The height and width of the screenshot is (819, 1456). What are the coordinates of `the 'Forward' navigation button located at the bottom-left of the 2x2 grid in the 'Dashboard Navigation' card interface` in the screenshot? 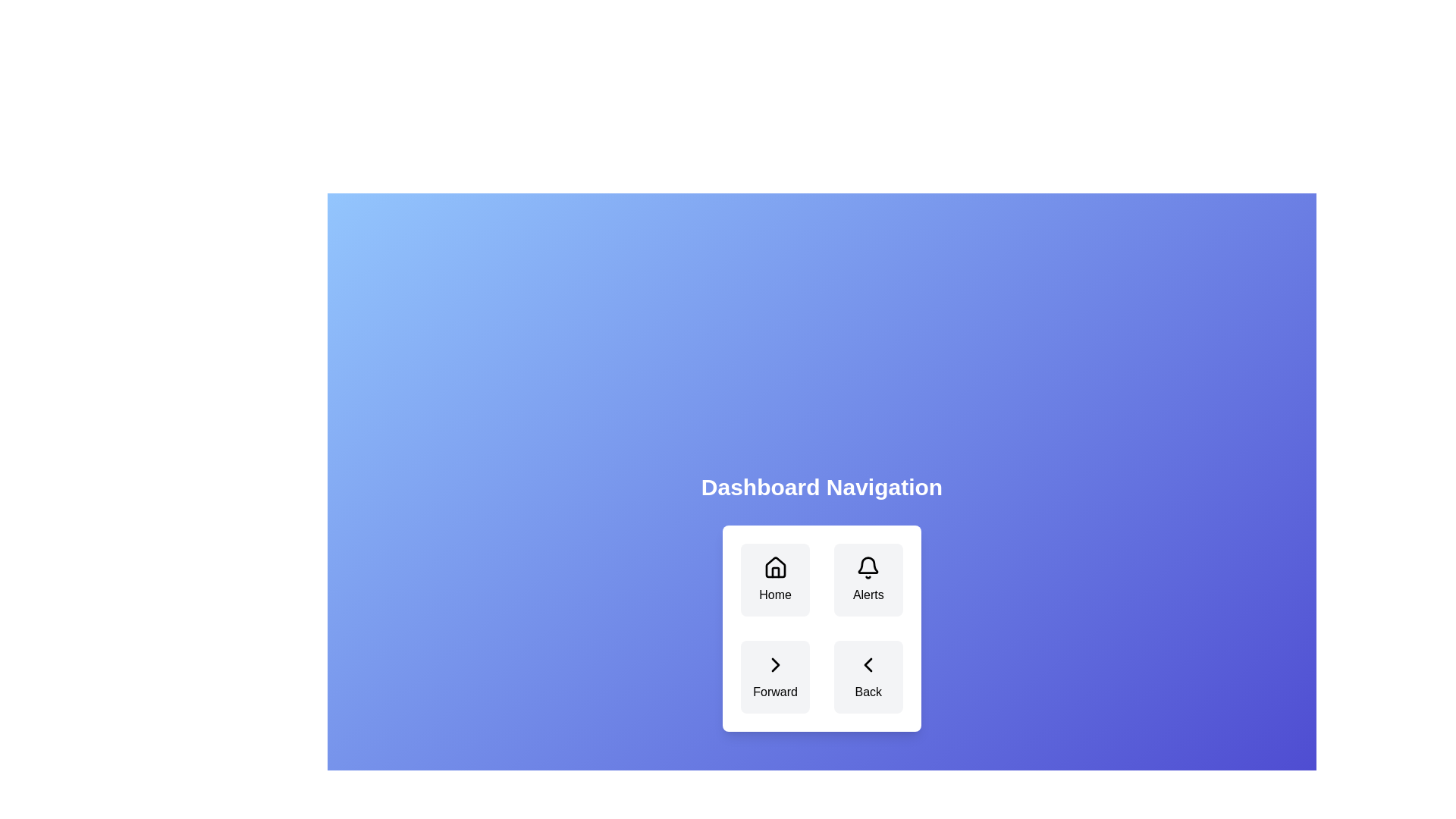 It's located at (775, 676).